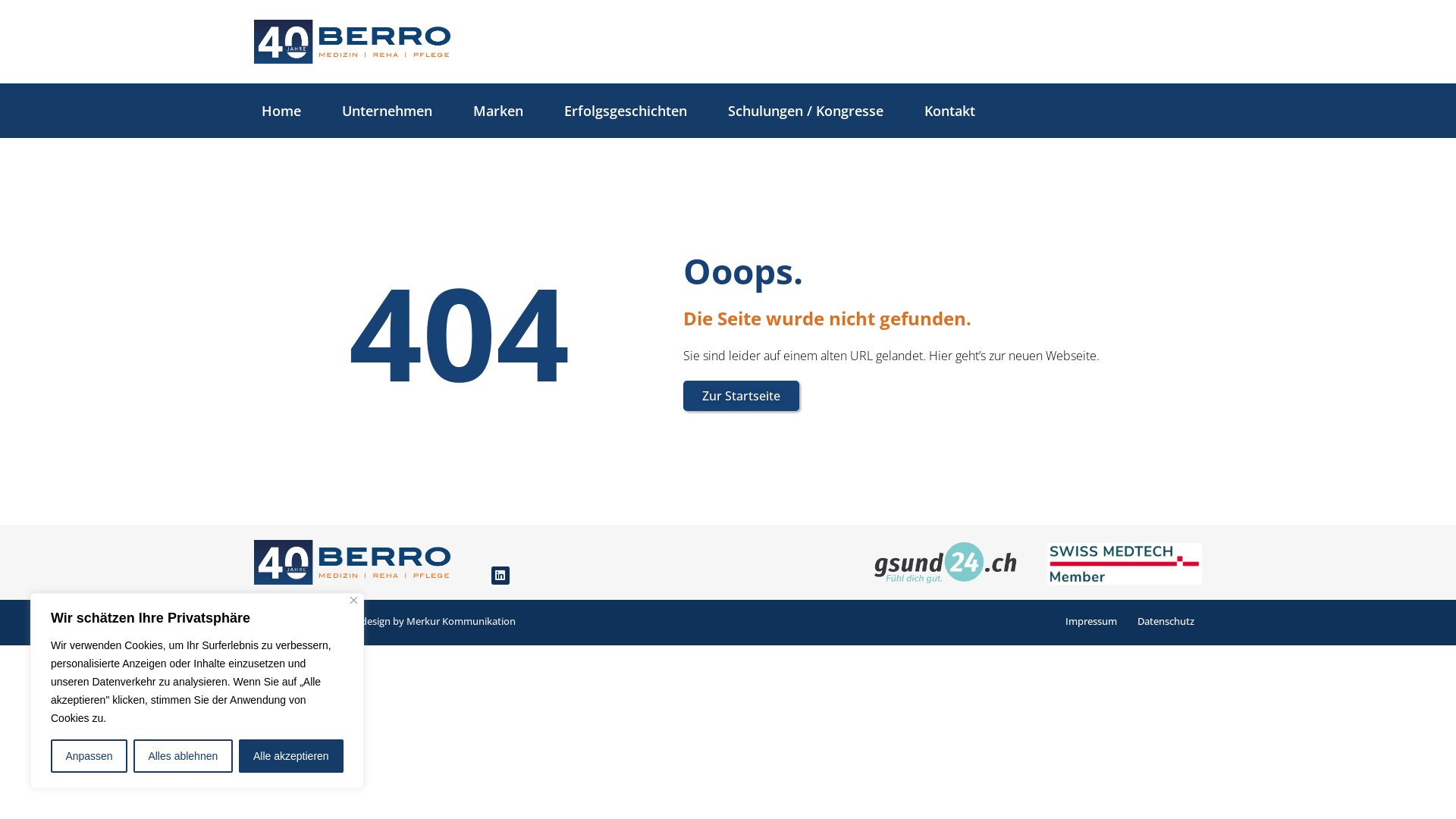 Image resolution: width=1456 pixels, height=819 pixels. Describe the element at coordinates (291, 755) in the screenshot. I see `'Alle akzeptieren'` at that location.